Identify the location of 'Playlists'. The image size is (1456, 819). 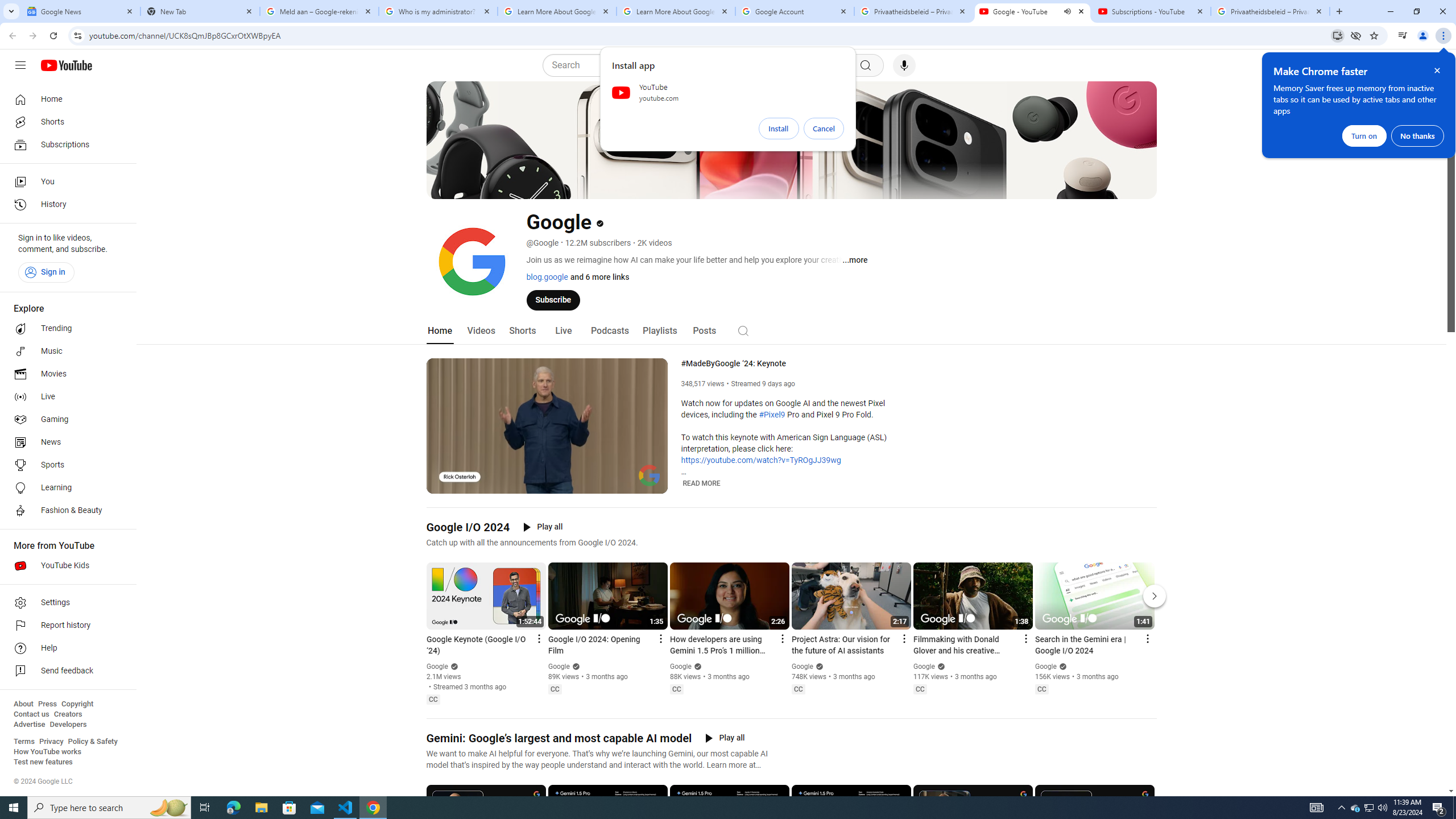
(659, 330).